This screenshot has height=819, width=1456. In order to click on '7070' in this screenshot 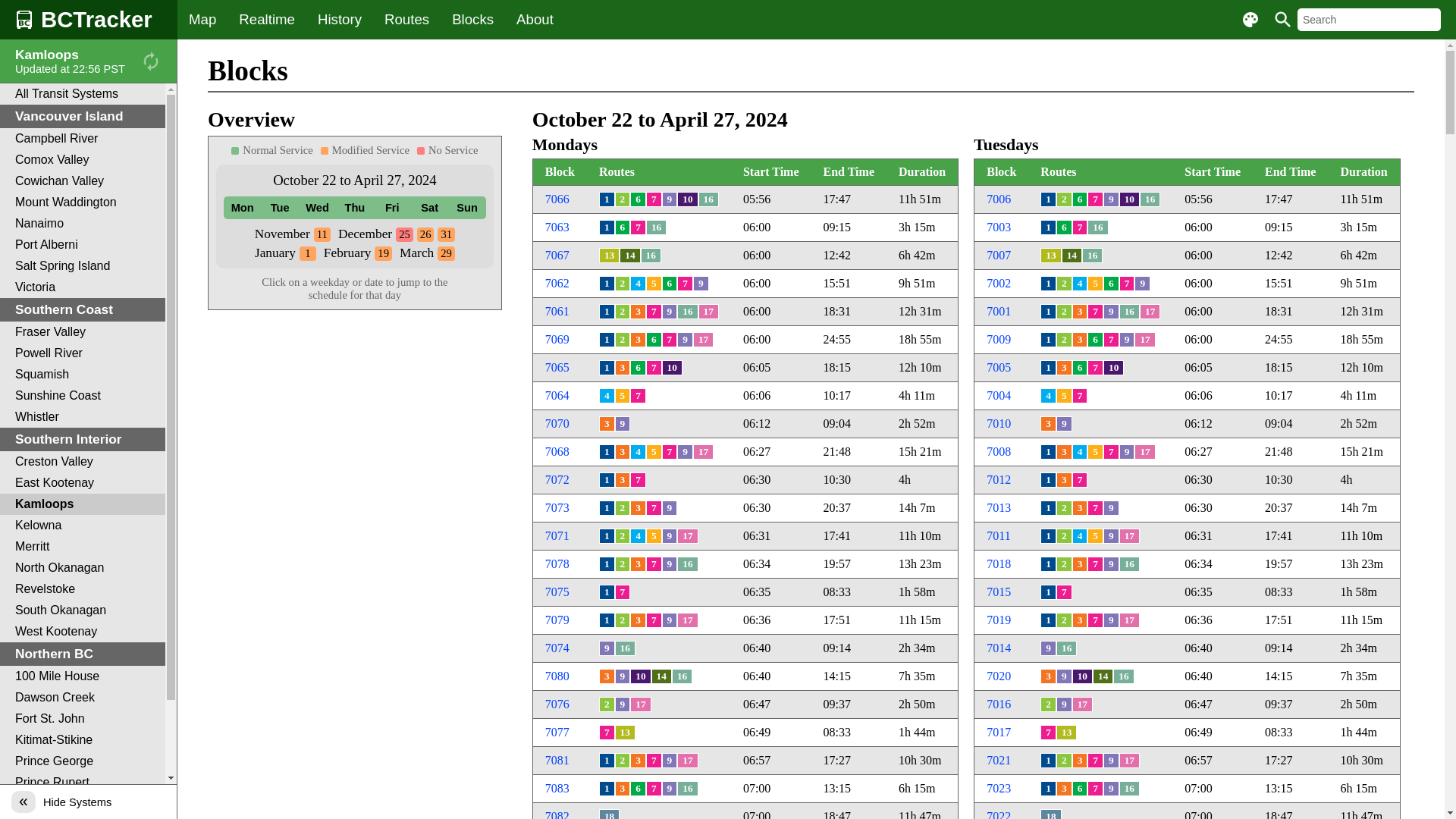, I will do `click(545, 423)`.